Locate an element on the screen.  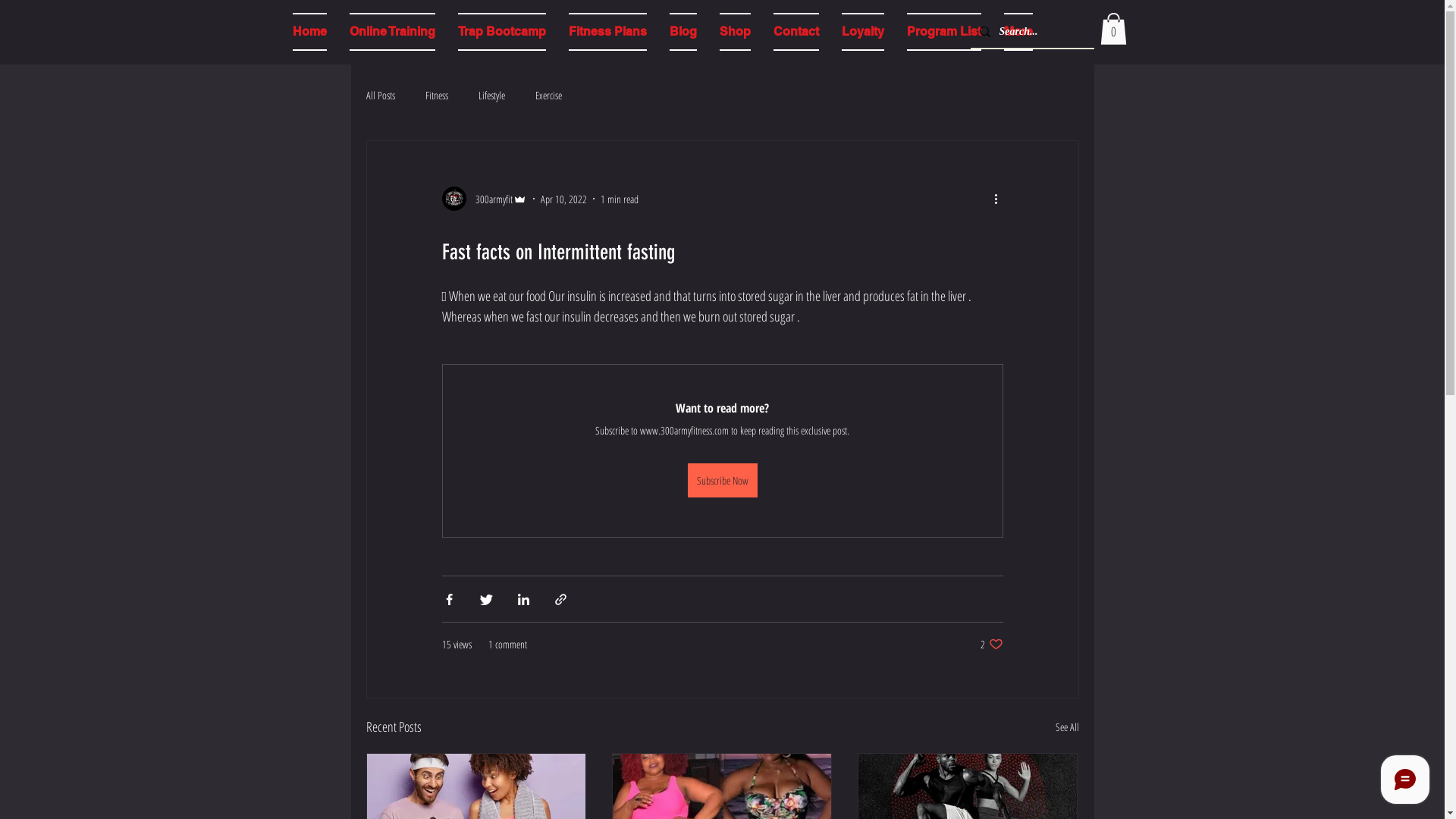
'Exercise' is located at coordinates (548, 95).